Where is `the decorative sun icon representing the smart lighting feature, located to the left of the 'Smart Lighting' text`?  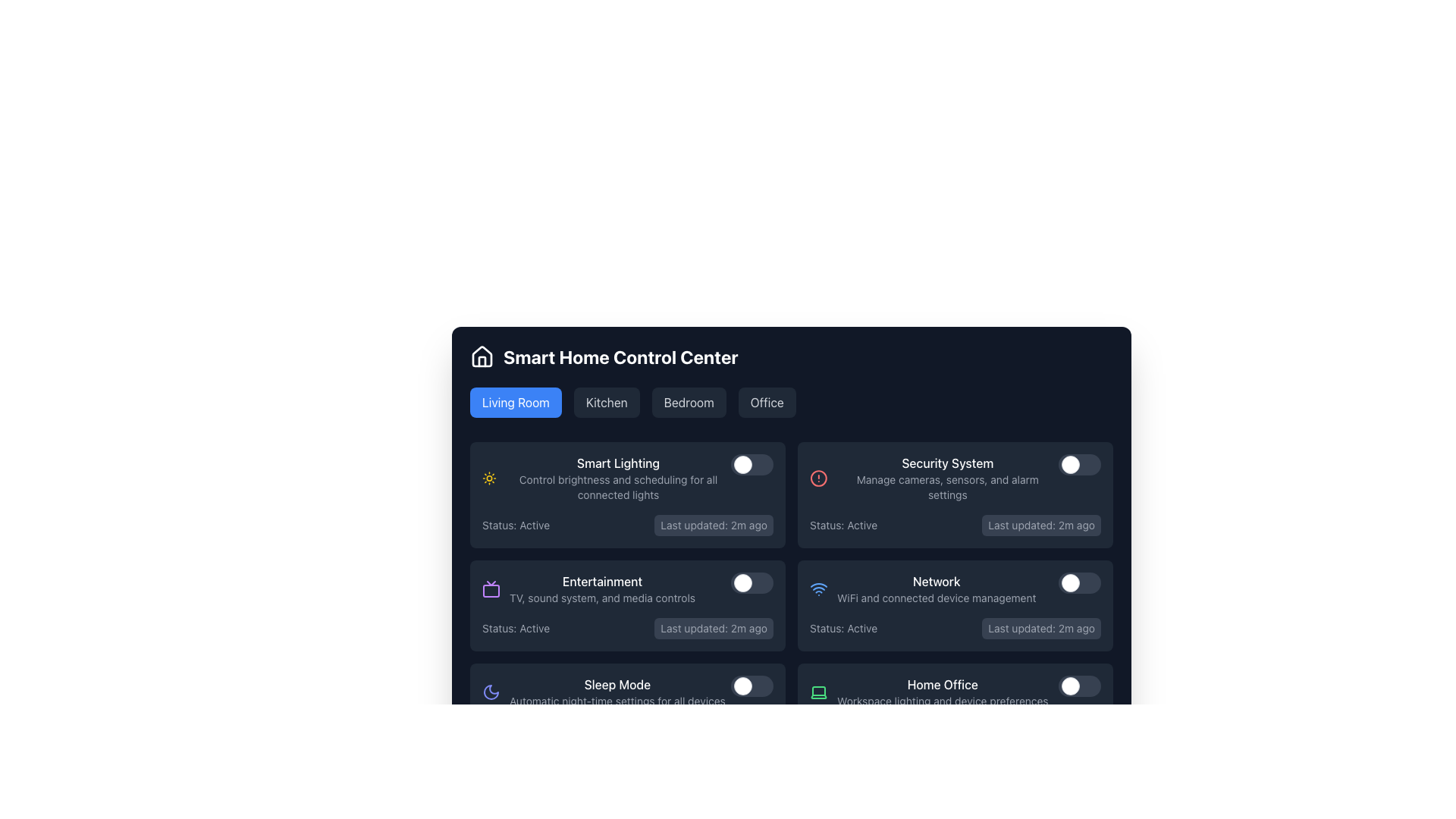
the decorative sun icon representing the smart lighting feature, located to the left of the 'Smart Lighting' text is located at coordinates (489, 479).